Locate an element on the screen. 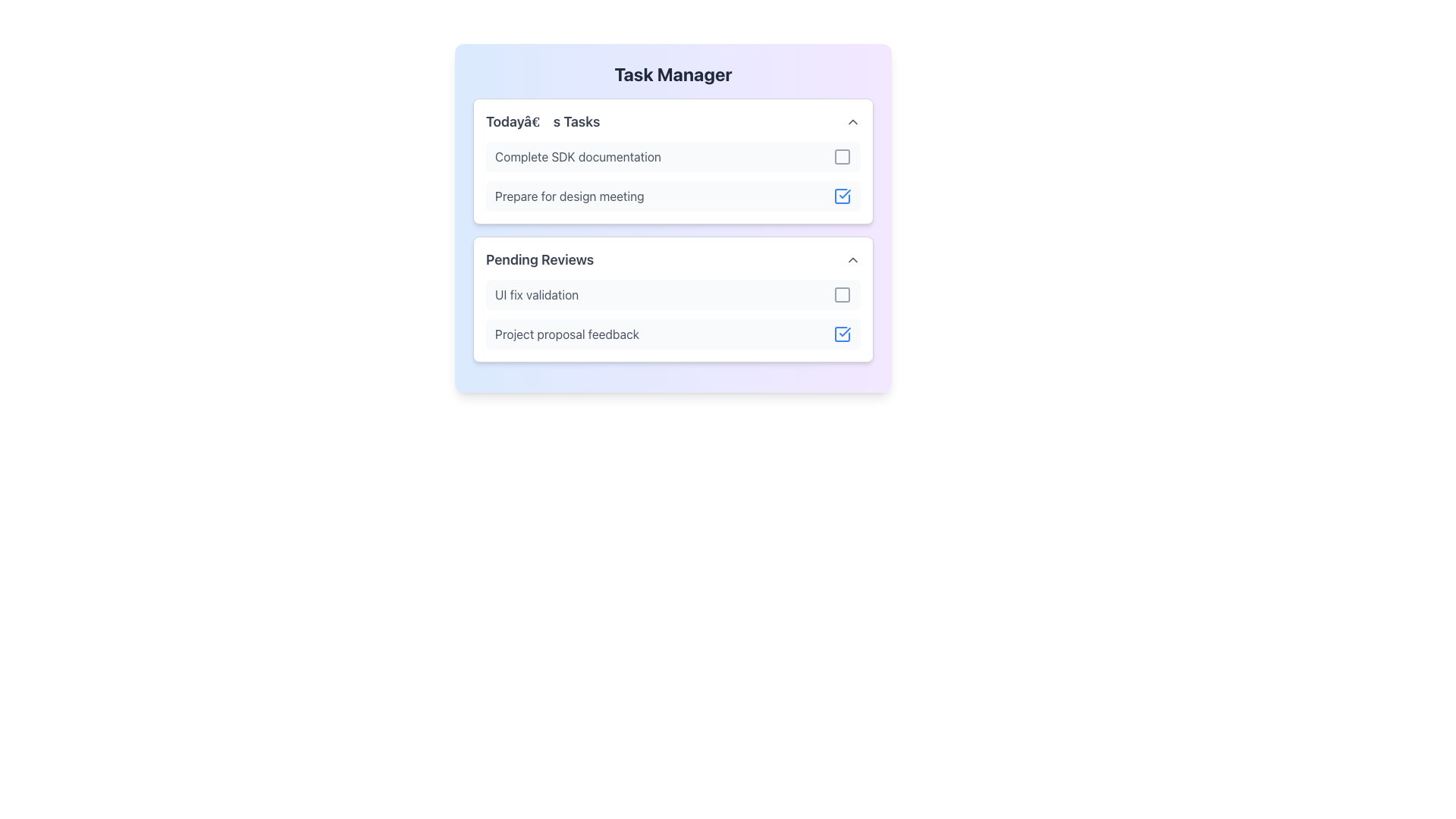 This screenshot has height=819, width=1456. the check mark icon inside the checkbox is located at coordinates (844, 331).